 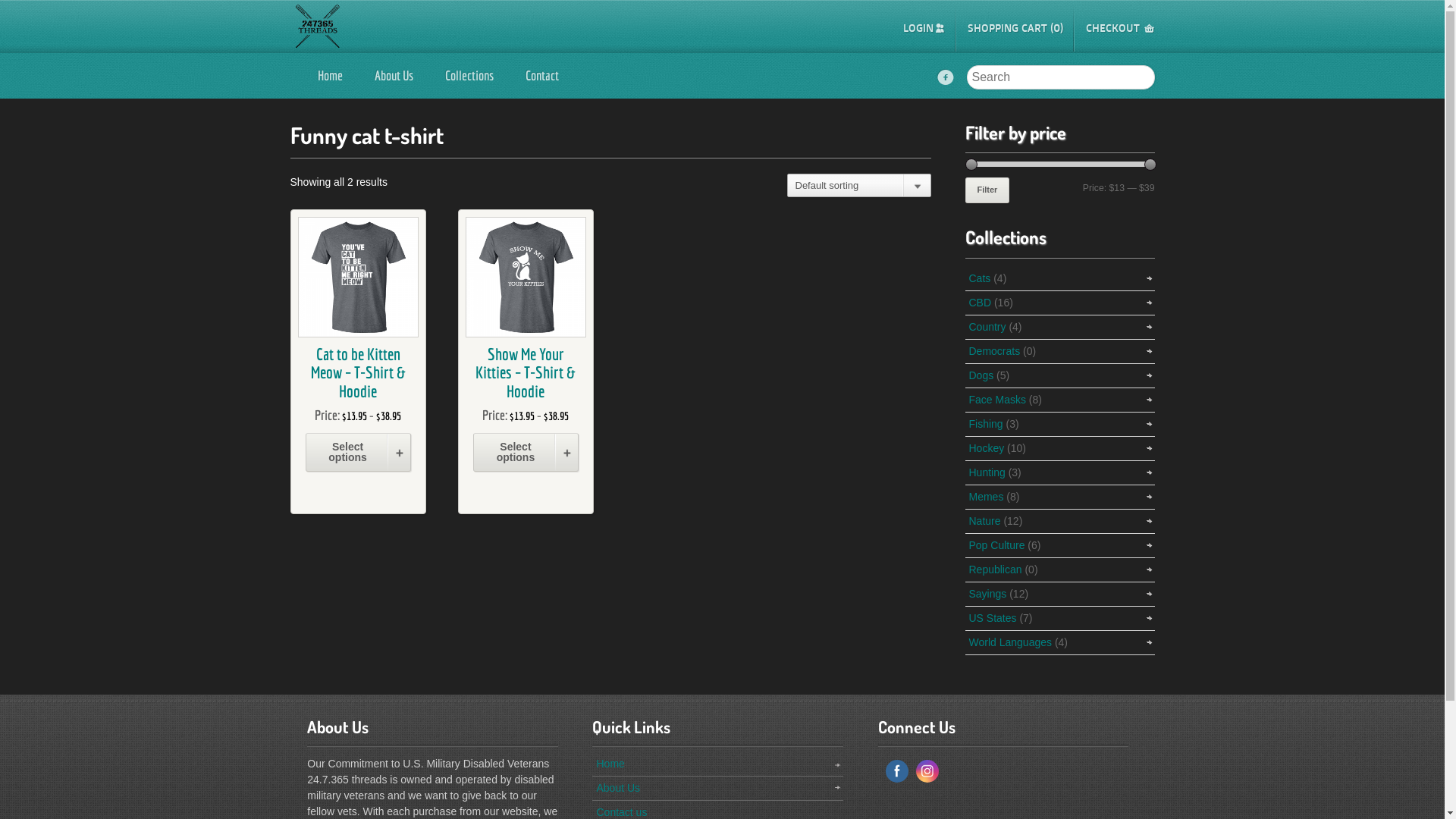 I want to click on 'Select options', so click(x=356, y=451).